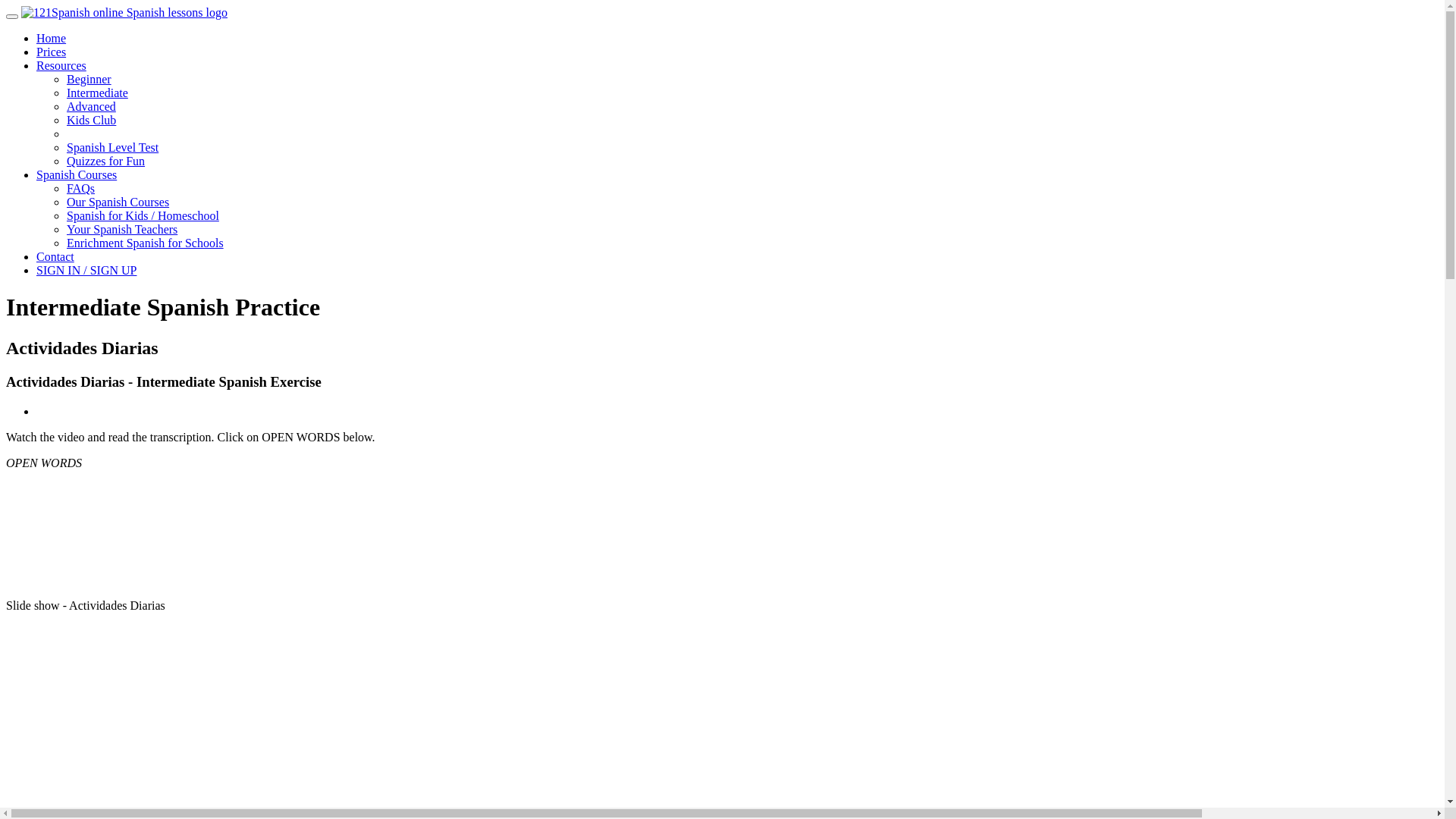 The image size is (1456, 819). What do you see at coordinates (90, 119) in the screenshot?
I see `'Kids Club'` at bounding box center [90, 119].